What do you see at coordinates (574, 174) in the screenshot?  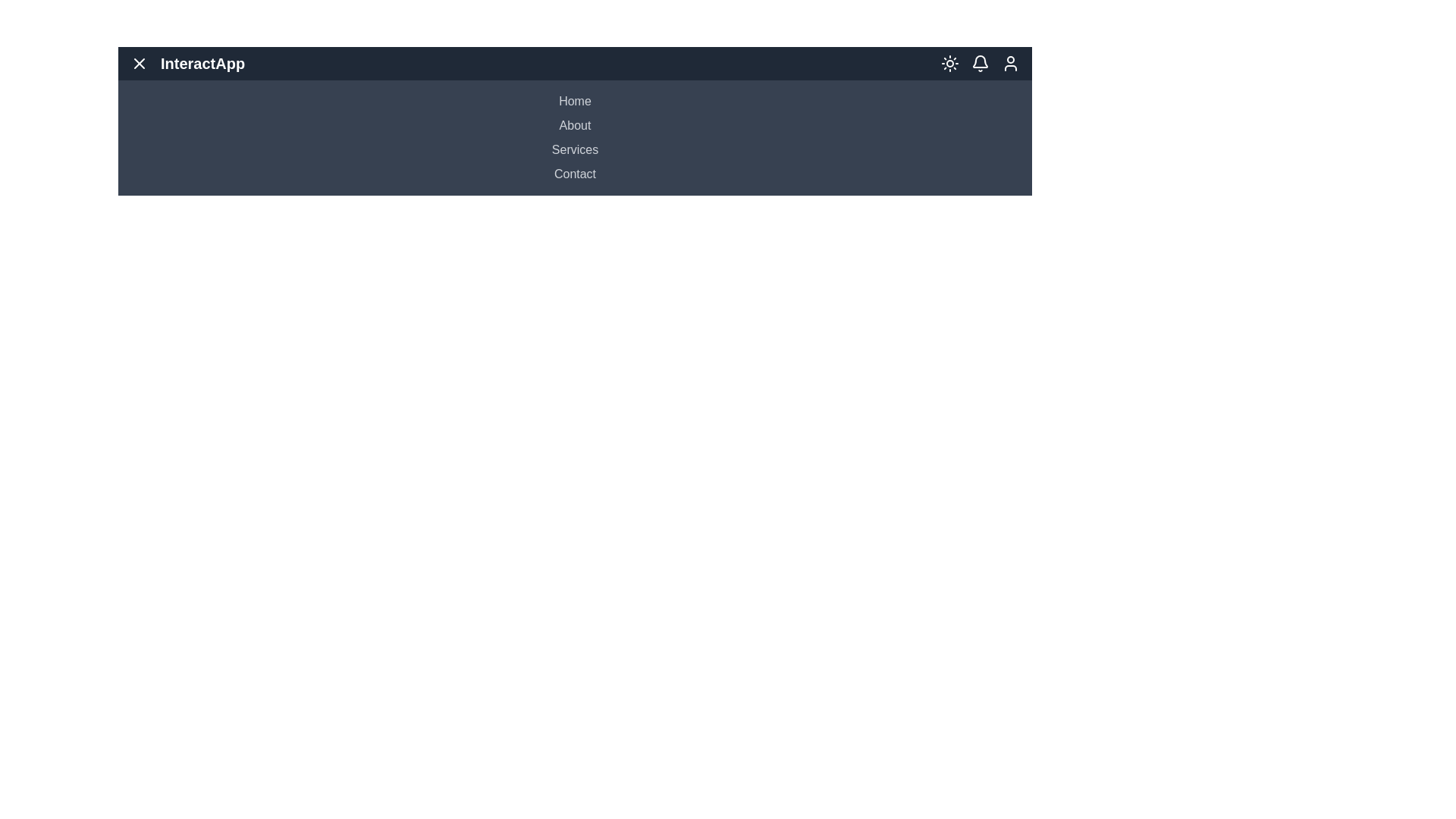 I see `the menu item Contact to navigate to the respective section` at bounding box center [574, 174].